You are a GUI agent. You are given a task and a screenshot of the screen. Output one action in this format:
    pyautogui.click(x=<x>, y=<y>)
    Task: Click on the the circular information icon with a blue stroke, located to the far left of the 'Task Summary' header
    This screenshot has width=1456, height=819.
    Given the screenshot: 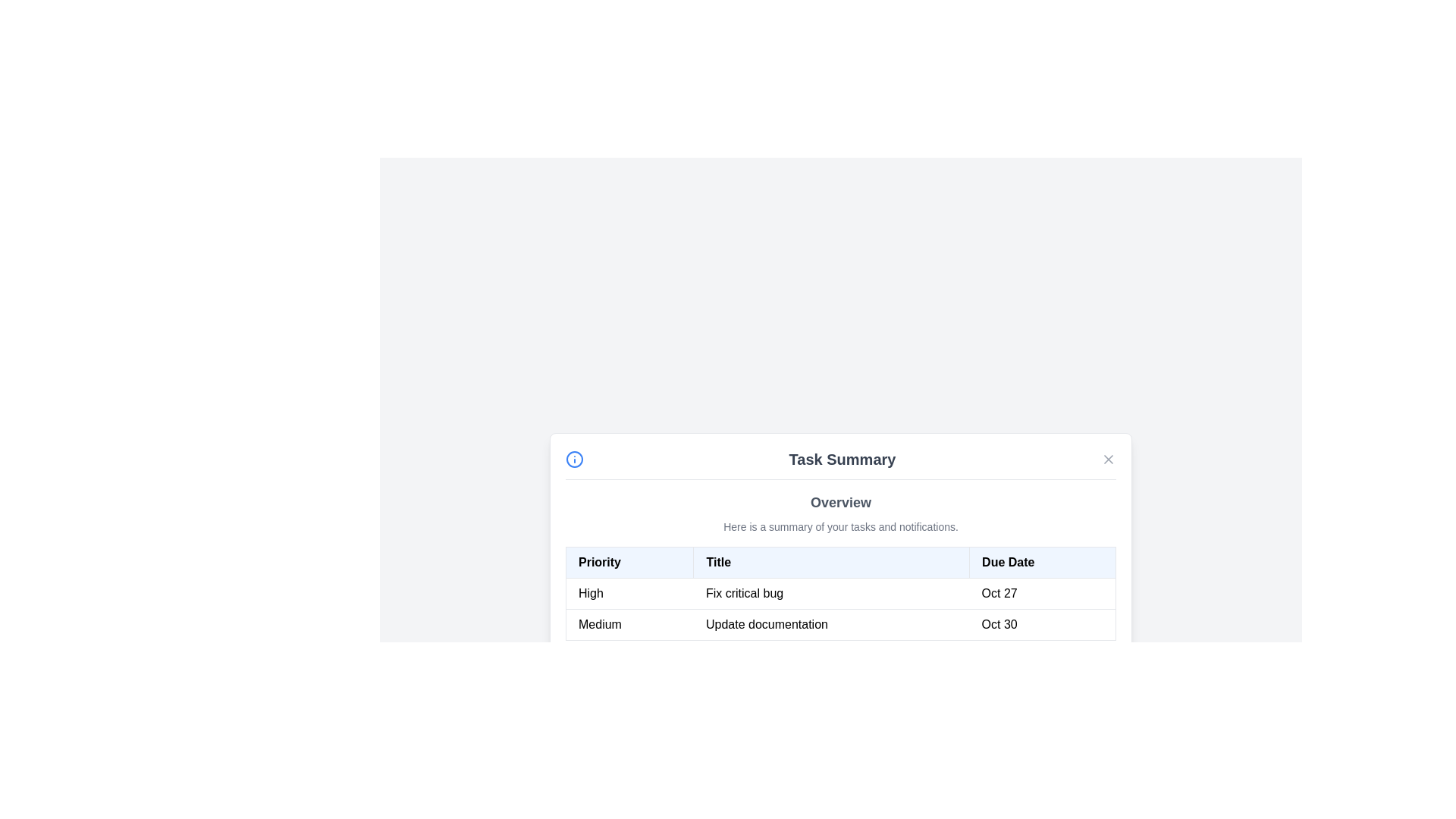 What is the action you would take?
    pyautogui.click(x=574, y=458)
    